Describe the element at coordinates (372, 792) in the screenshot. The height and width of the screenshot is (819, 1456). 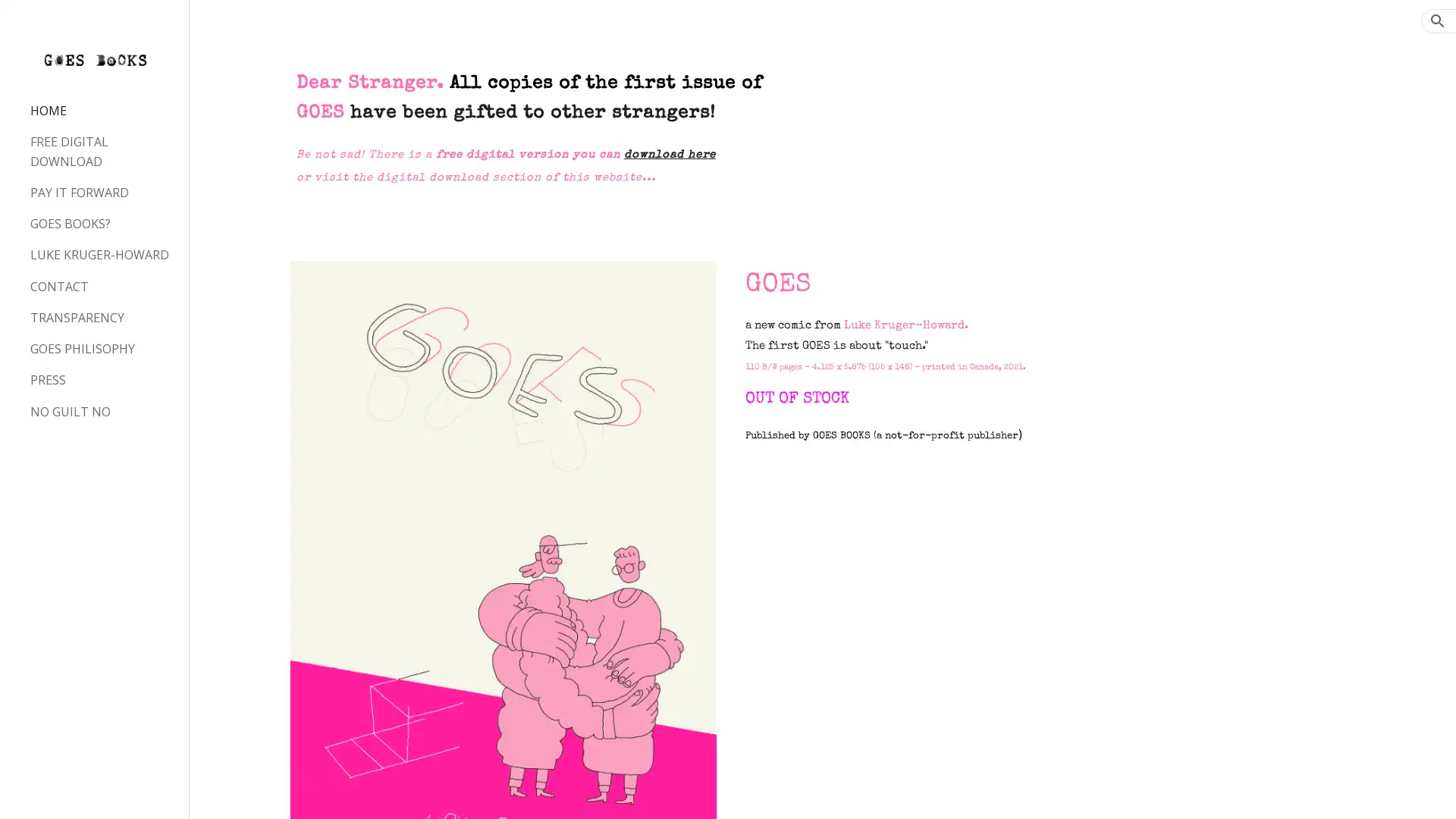
I see `Report abuse` at that location.